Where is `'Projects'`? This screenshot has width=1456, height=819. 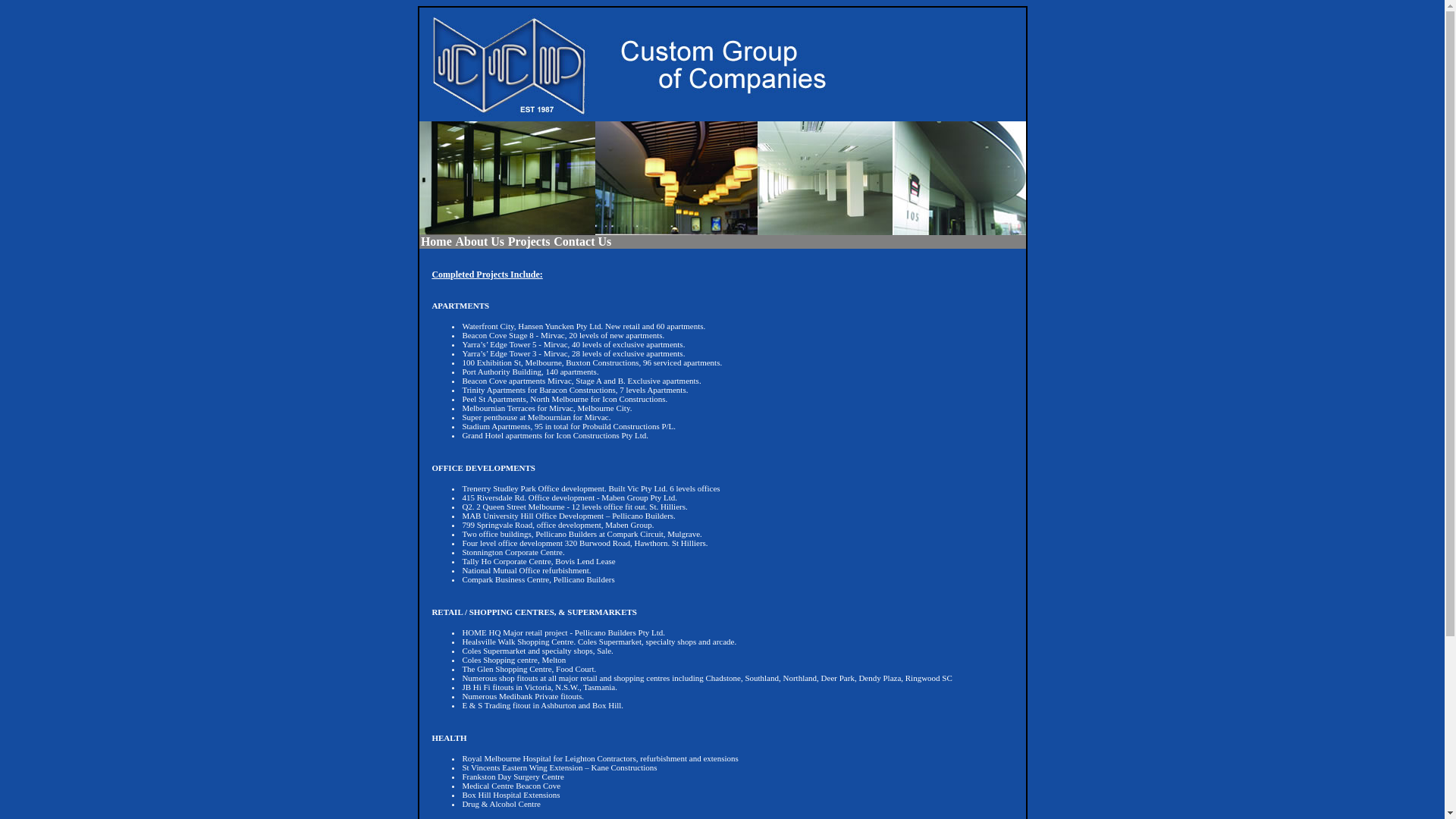 'Projects' is located at coordinates (528, 241).